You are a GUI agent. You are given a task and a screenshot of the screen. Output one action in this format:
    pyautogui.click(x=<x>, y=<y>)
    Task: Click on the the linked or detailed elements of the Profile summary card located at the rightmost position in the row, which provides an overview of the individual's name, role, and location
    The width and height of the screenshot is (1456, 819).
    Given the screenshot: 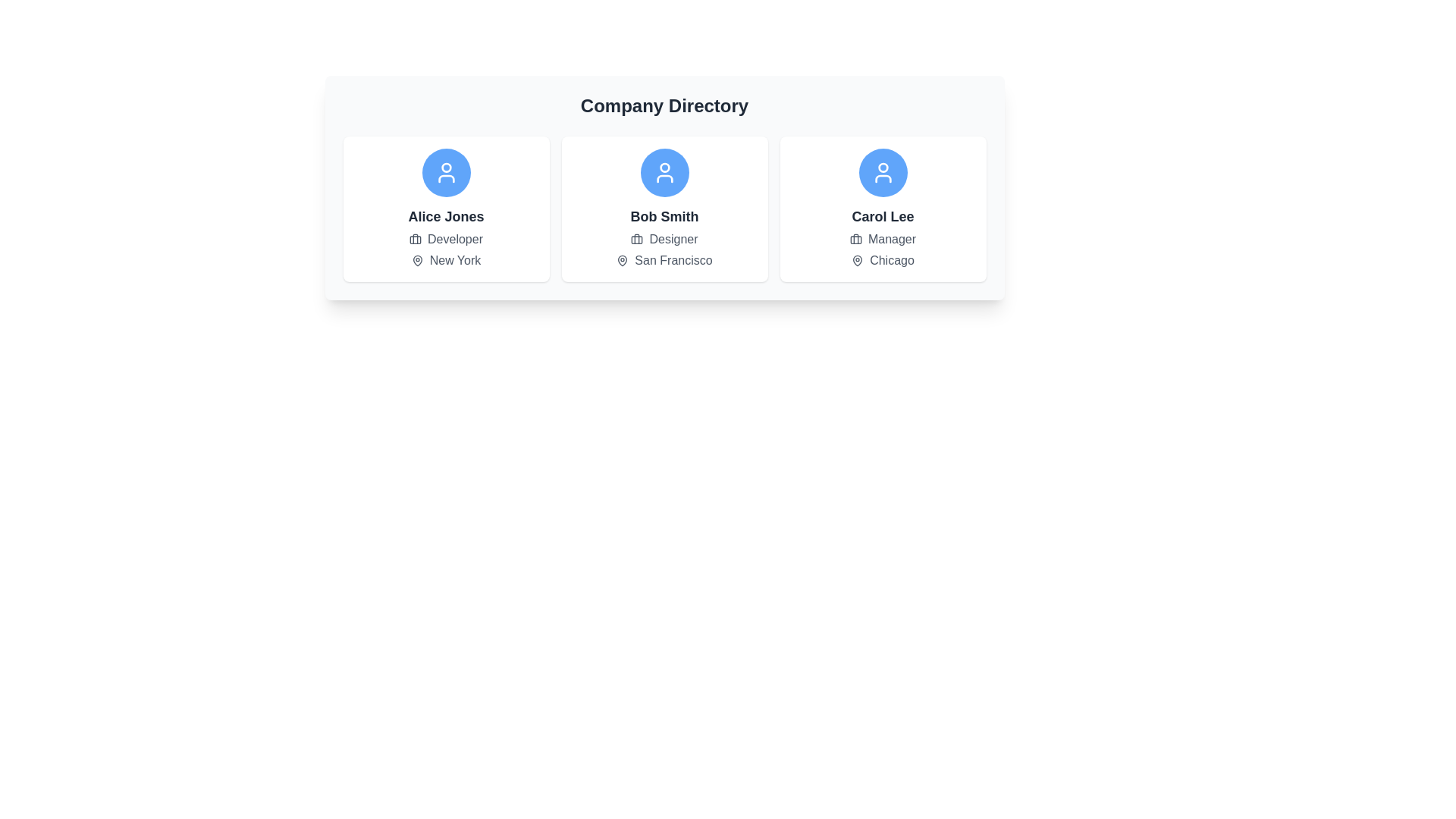 What is the action you would take?
    pyautogui.click(x=883, y=209)
    